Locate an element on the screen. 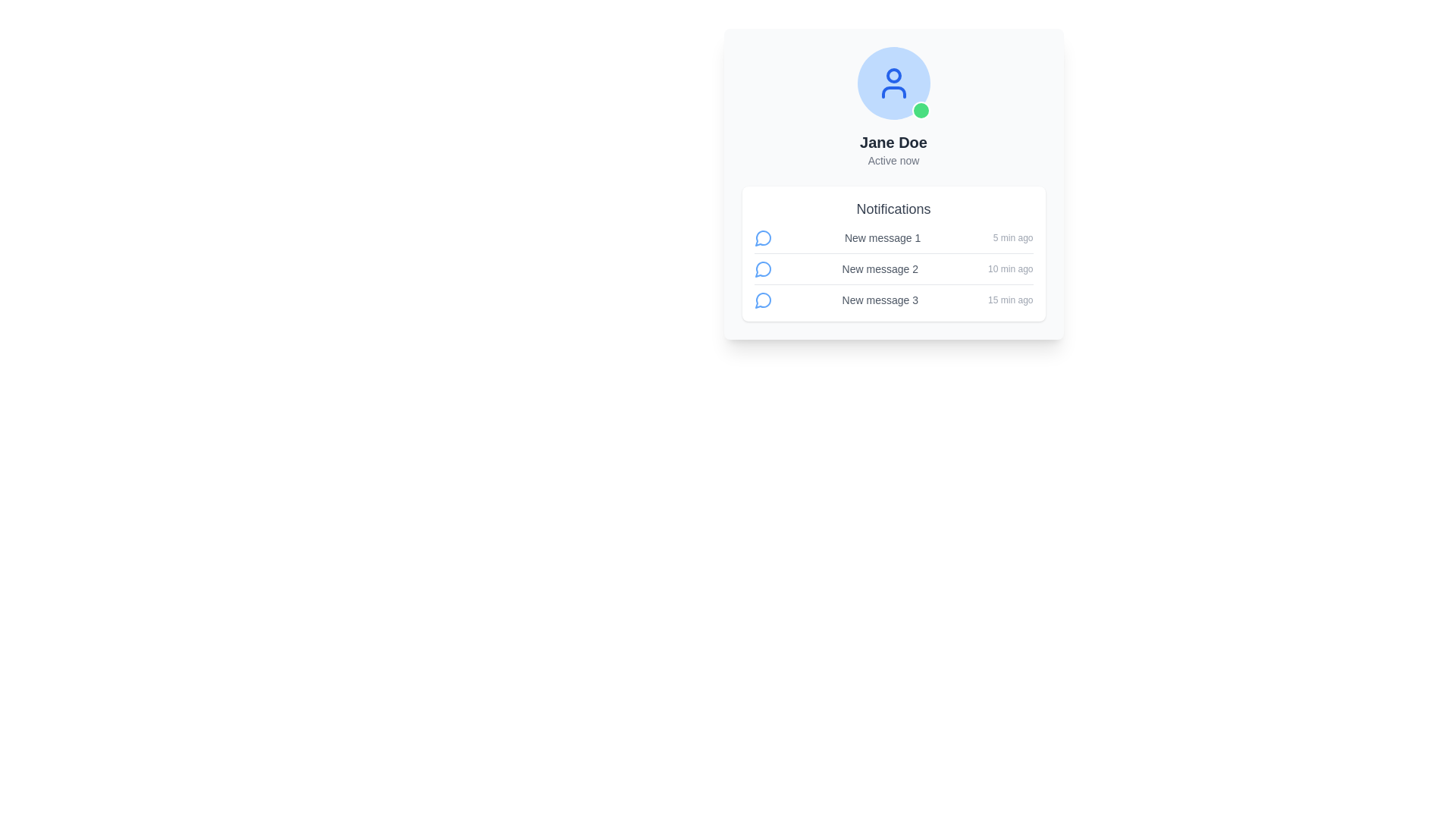  the text label displaying '15 min ago' in light gray color located in the rightmost area of the interactive notification panel, adjacent to the 'New message 3' label is located at coordinates (1010, 300).